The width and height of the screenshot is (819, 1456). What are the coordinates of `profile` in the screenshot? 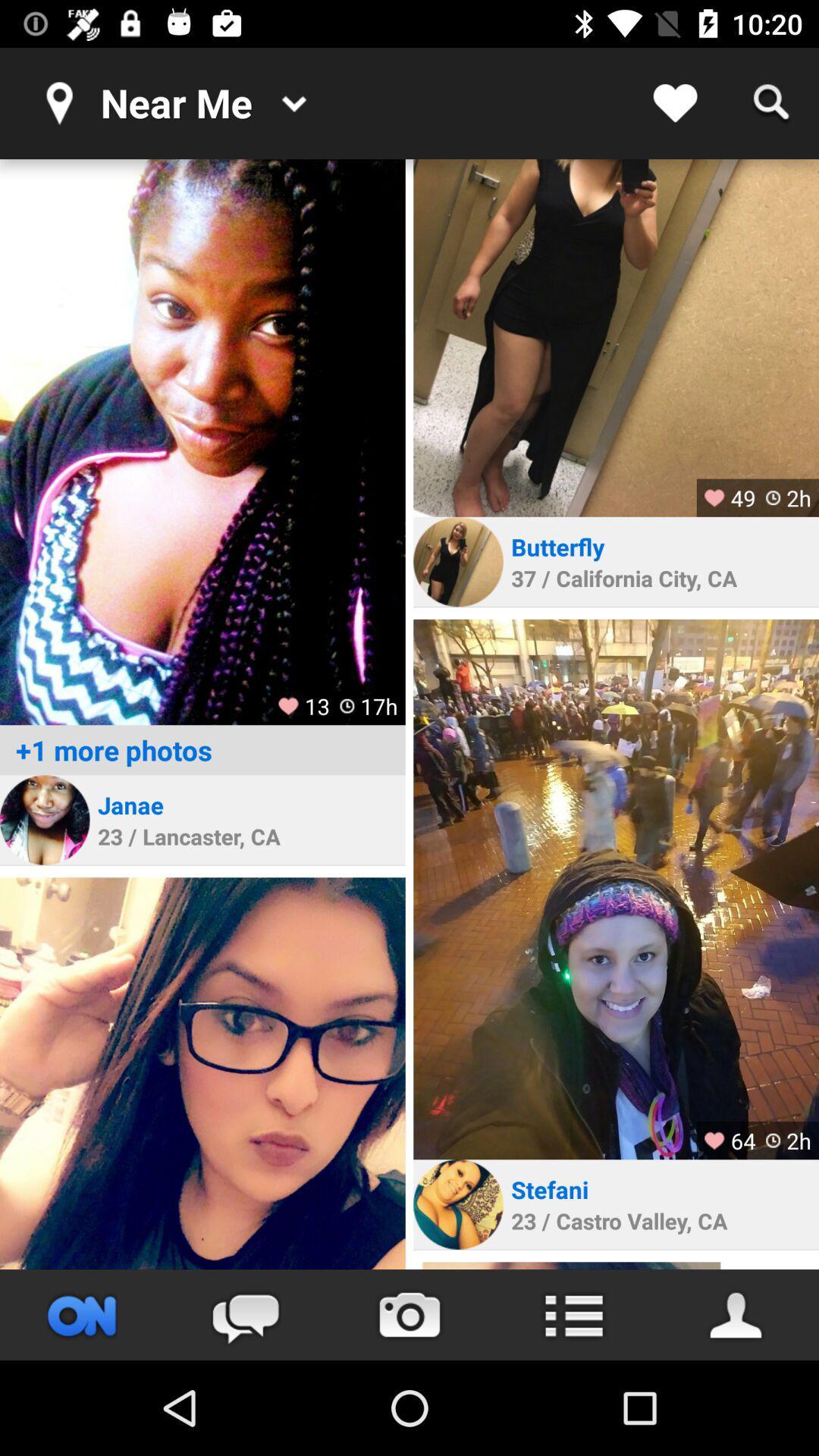 It's located at (202, 1072).